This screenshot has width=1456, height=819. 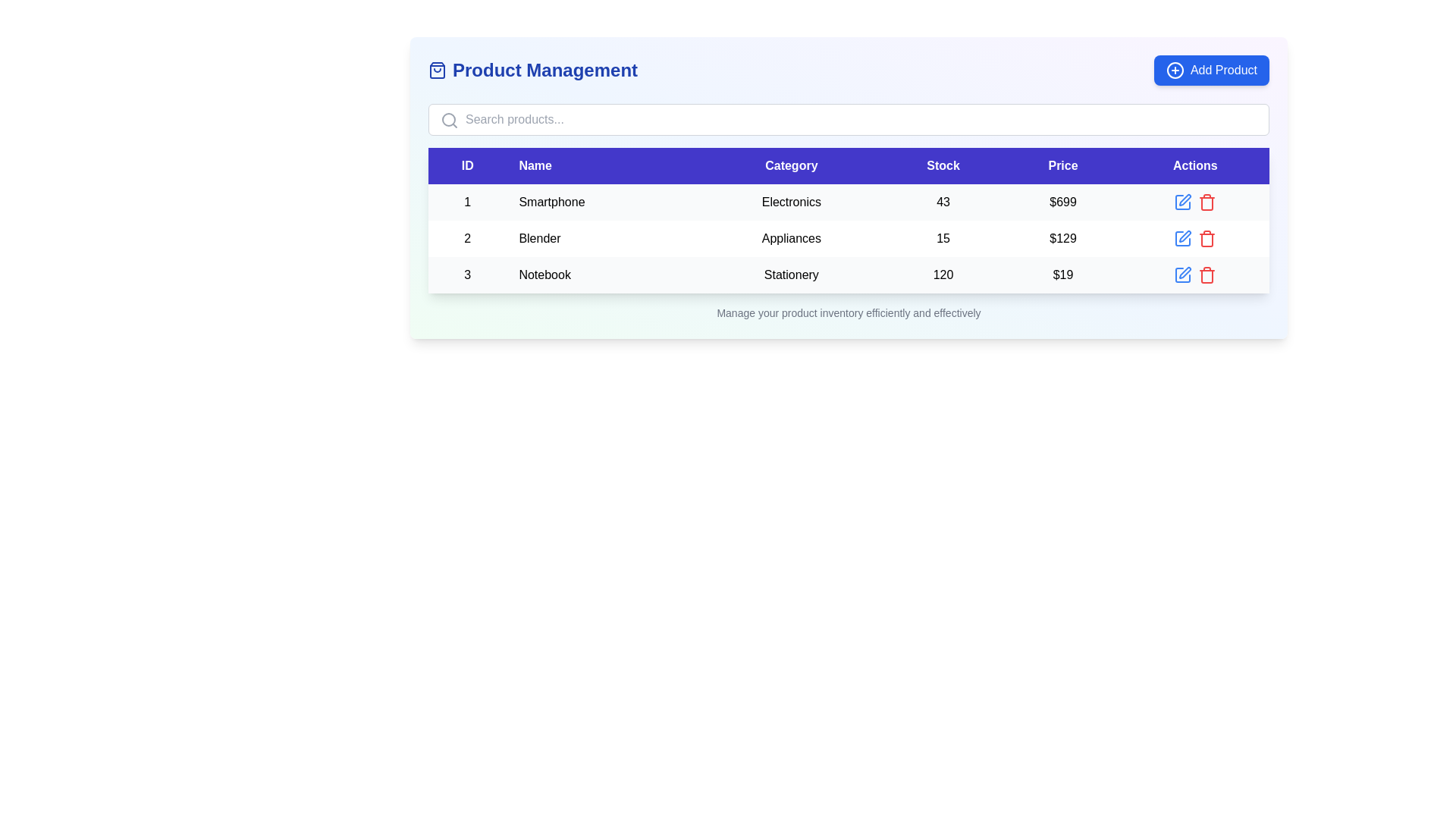 I want to click on the 'Add New Product' button located in the top right corner of the 'Product Management' section, so click(x=1211, y=70).